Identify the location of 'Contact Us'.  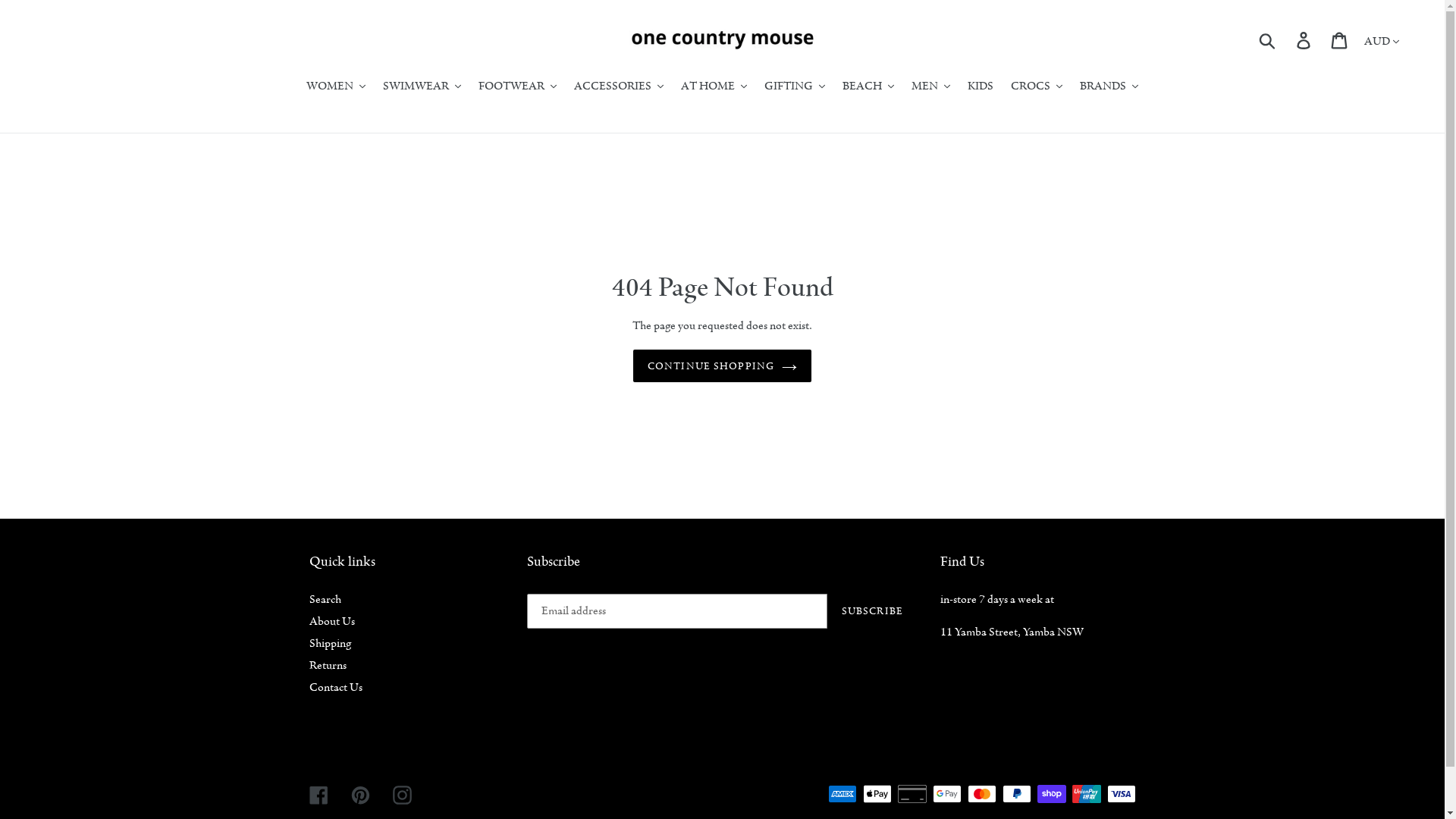
(309, 687).